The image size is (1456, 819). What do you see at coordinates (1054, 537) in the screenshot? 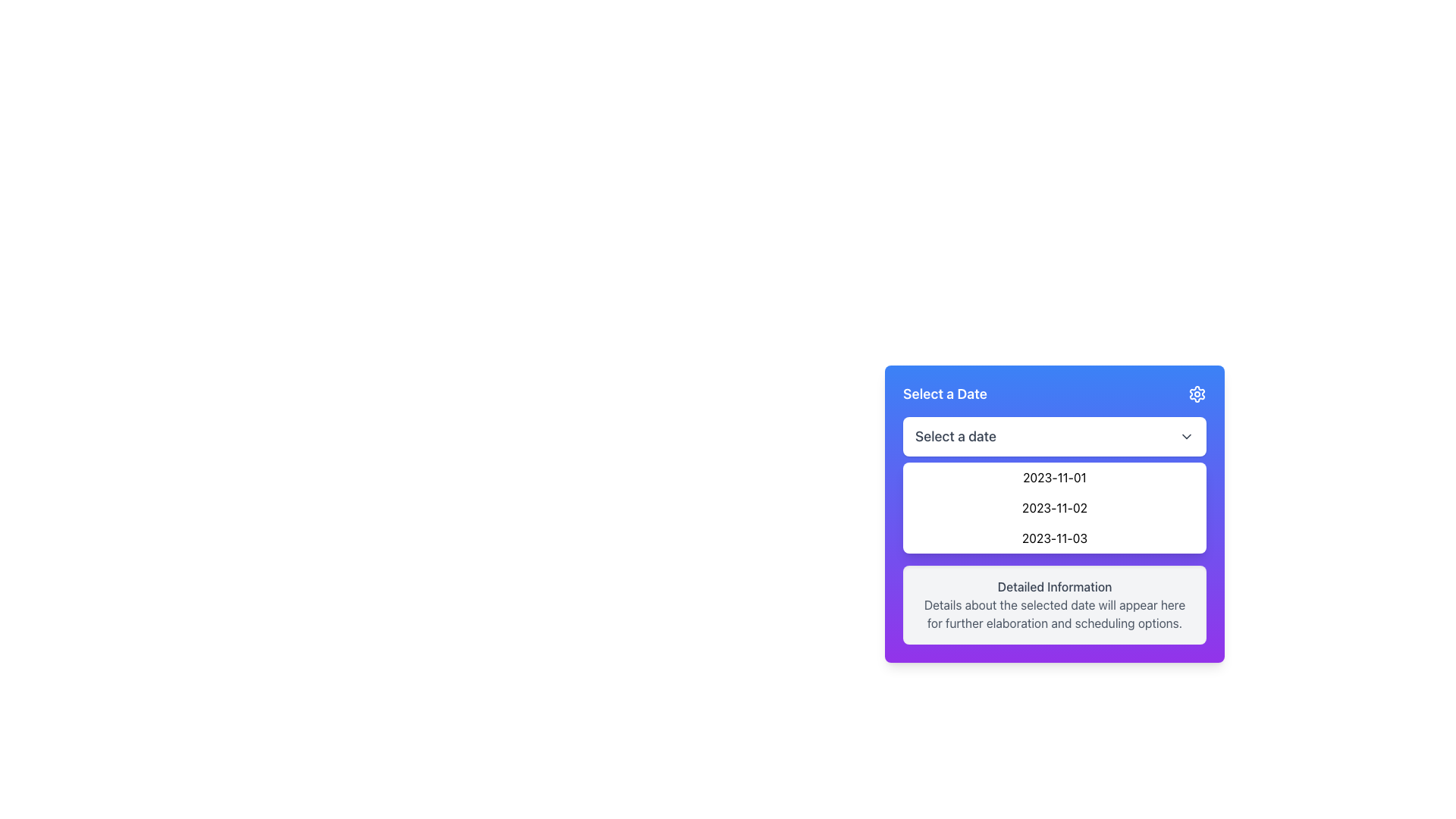
I see `the third selectable date item in the dropdown menu` at bounding box center [1054, 537].